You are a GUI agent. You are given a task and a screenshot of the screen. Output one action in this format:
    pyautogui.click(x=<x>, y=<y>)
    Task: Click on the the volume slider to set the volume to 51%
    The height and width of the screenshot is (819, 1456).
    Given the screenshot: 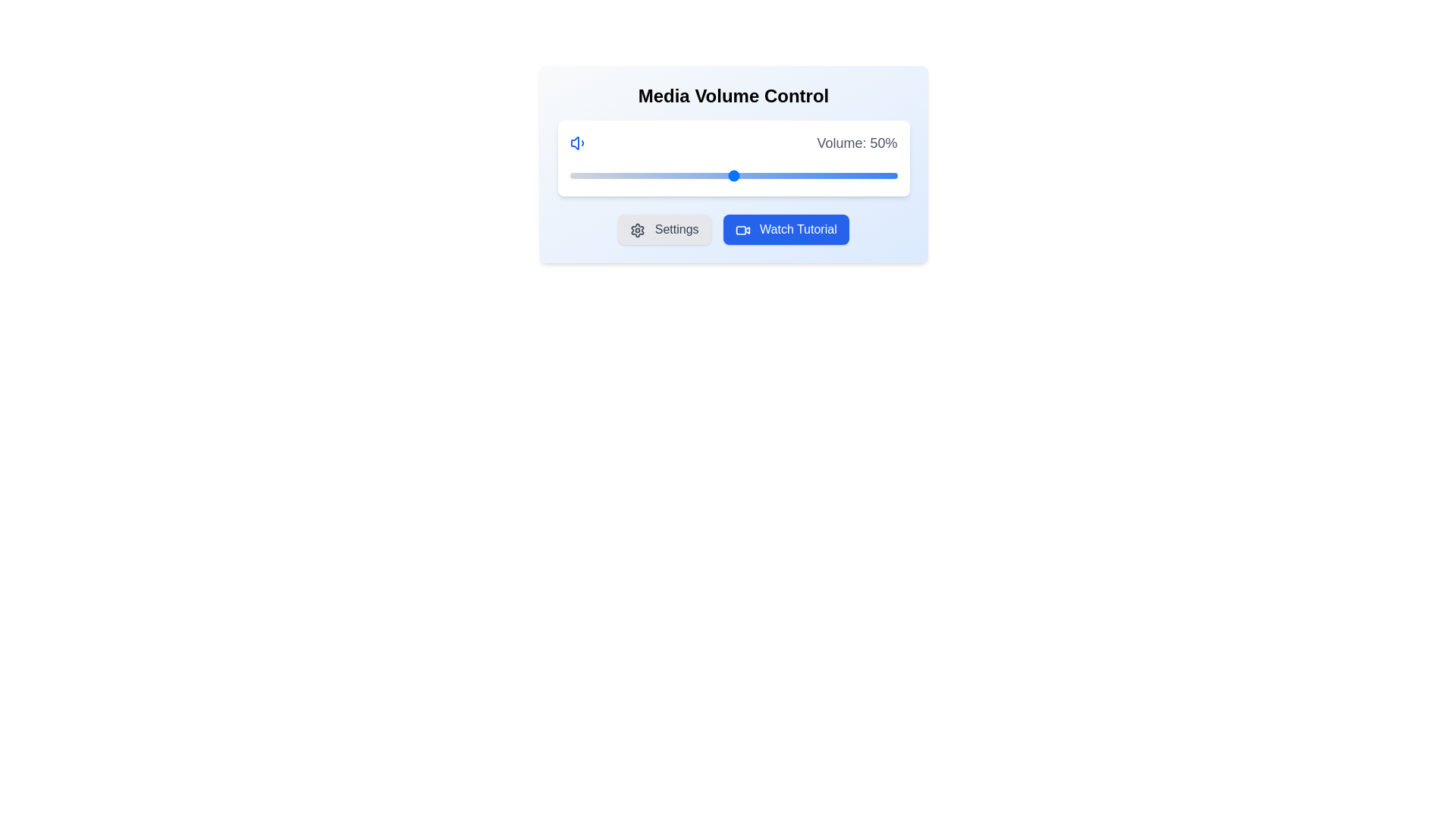 What is the action you would take?
    pyautogui.click(x=736, y=174)
    